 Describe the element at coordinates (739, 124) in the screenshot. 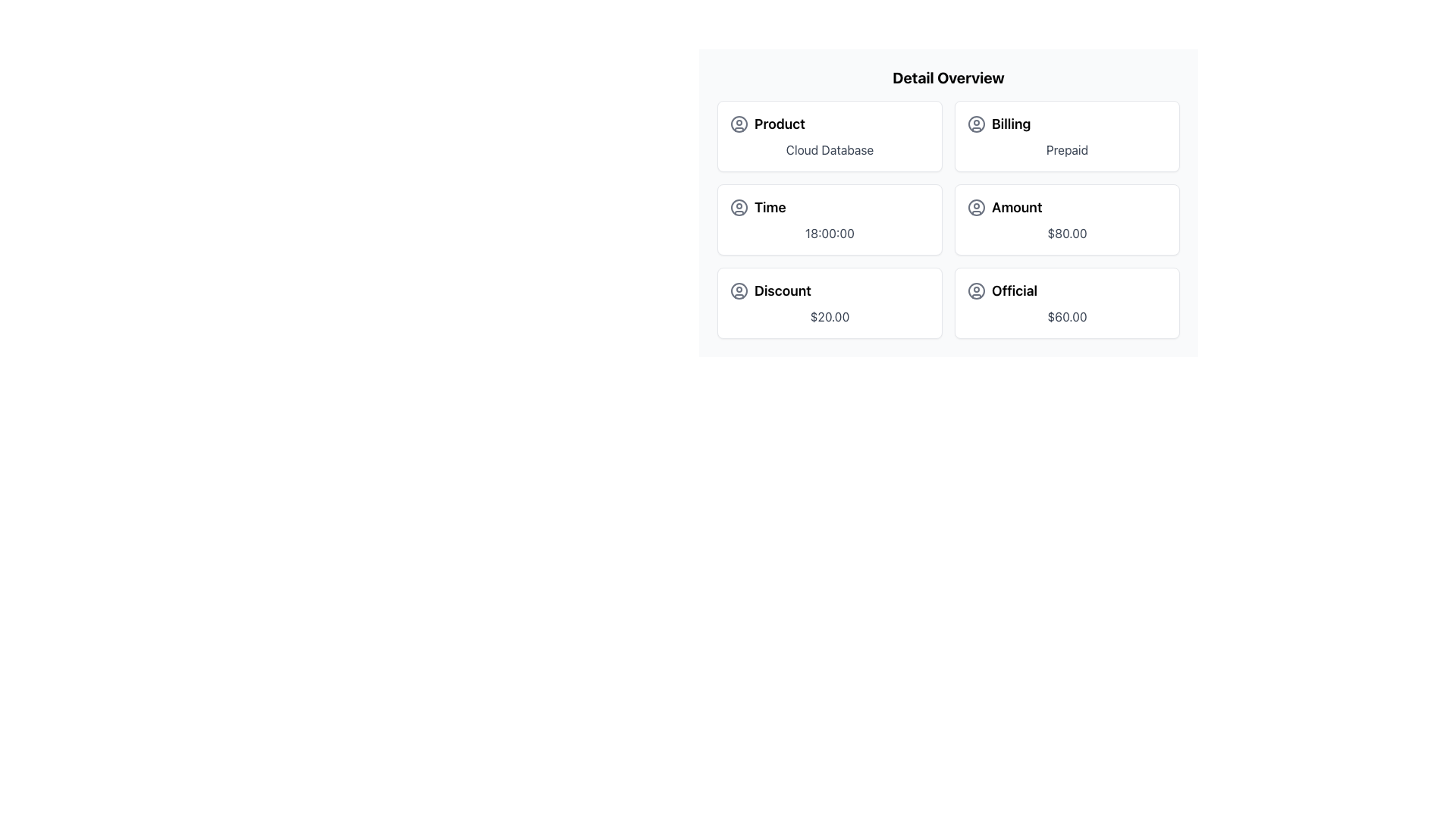

I see `the user or profile icon located in the first row of the grid layout, to the left of the 'Product' label` at that location.